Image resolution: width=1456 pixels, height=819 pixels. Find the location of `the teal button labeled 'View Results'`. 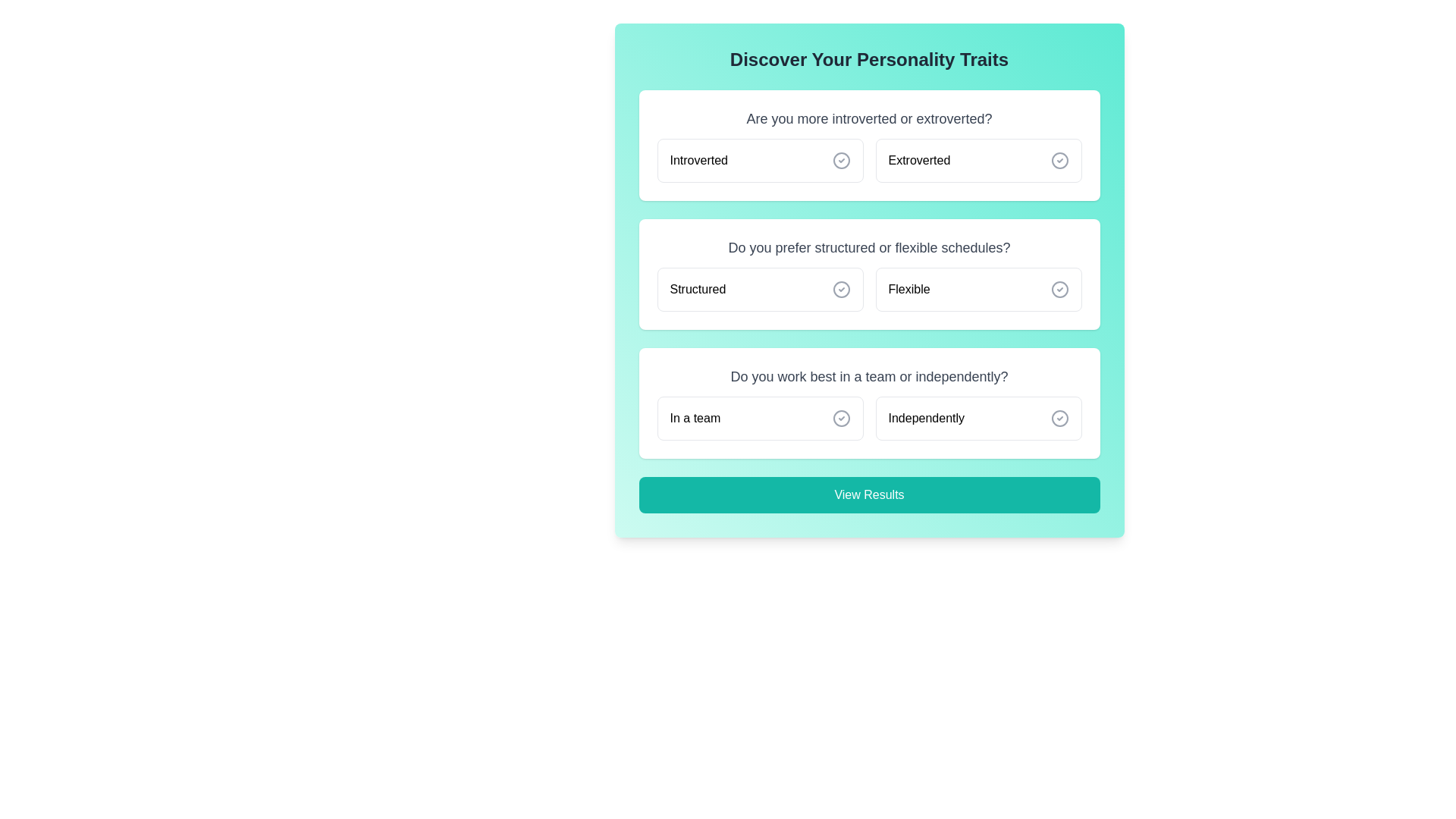

the teal button labeled 'View Results' is located at coordinates (869, 494).